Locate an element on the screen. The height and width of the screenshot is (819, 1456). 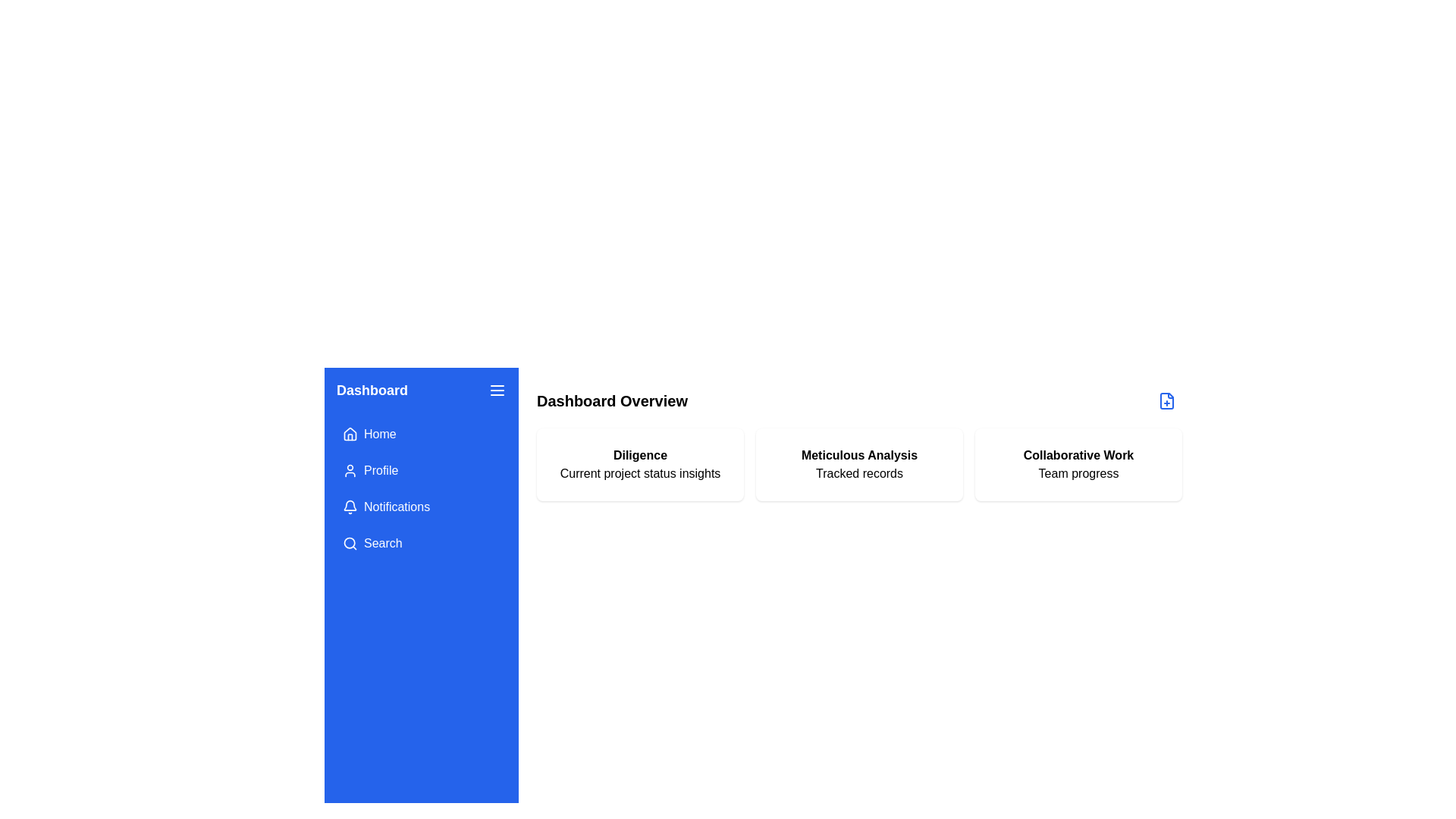
the 'Notifications' menu item, which is the third item in the vertical navigation menu is located at coordinates (422, 507).